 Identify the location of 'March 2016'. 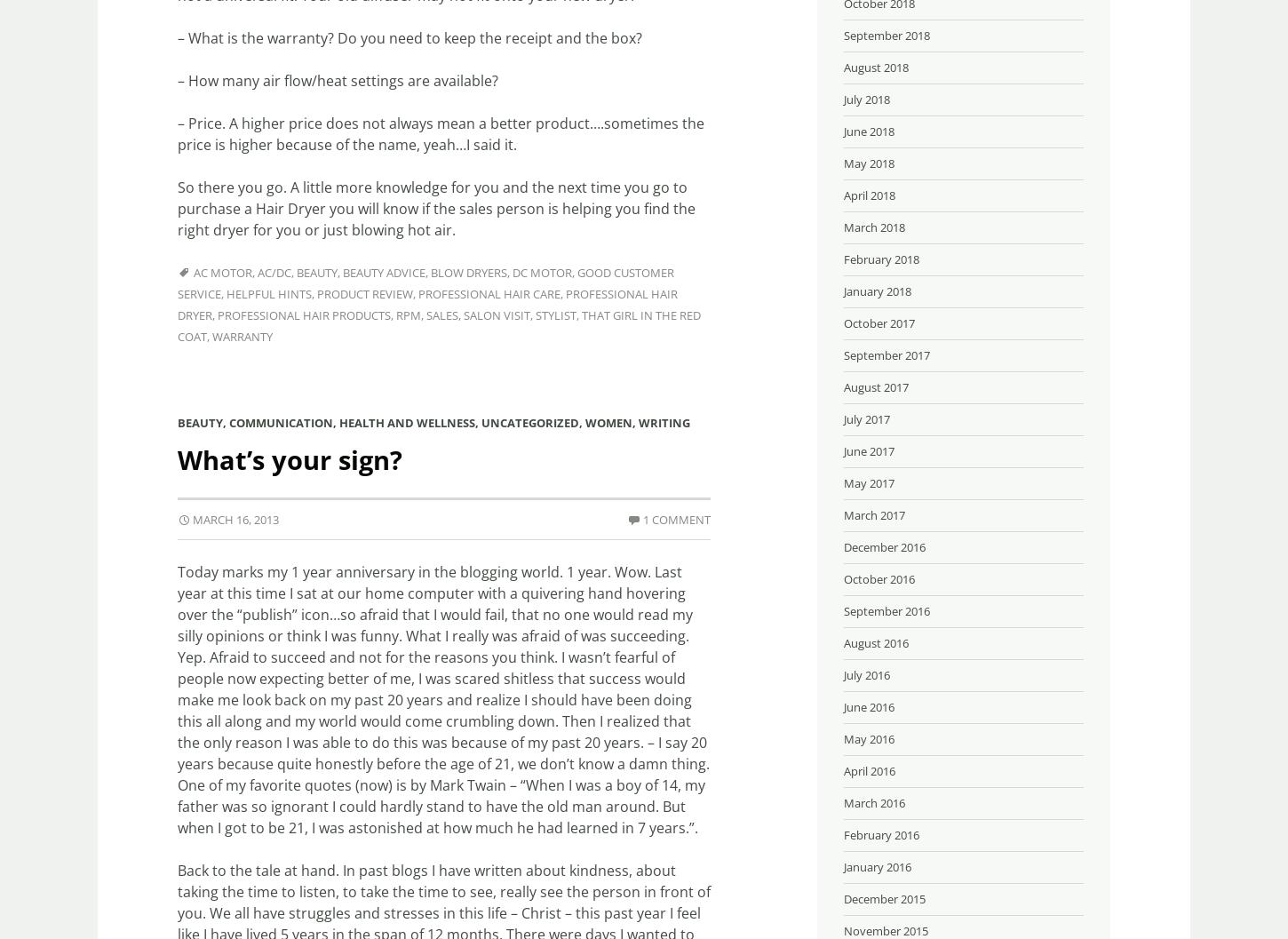
(874, 800).